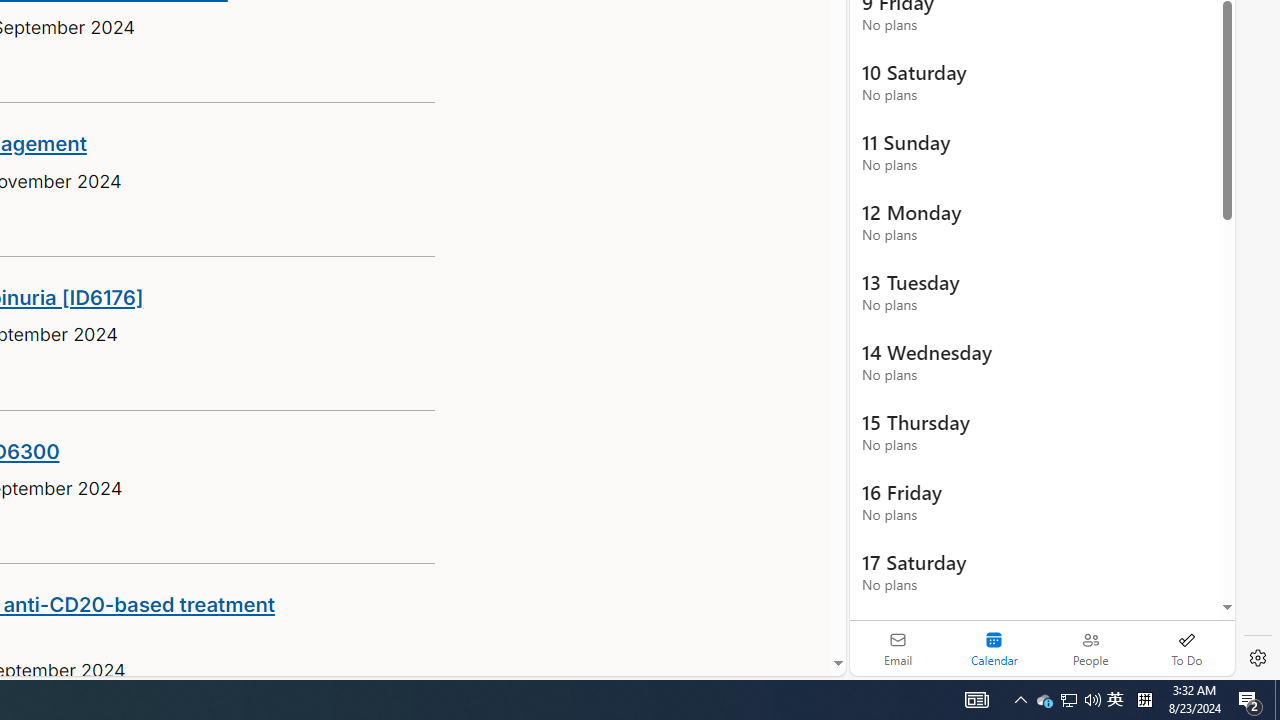  Describe the element at coordinates (897, 648) in the screenshot. I see `'Email'` at that location.